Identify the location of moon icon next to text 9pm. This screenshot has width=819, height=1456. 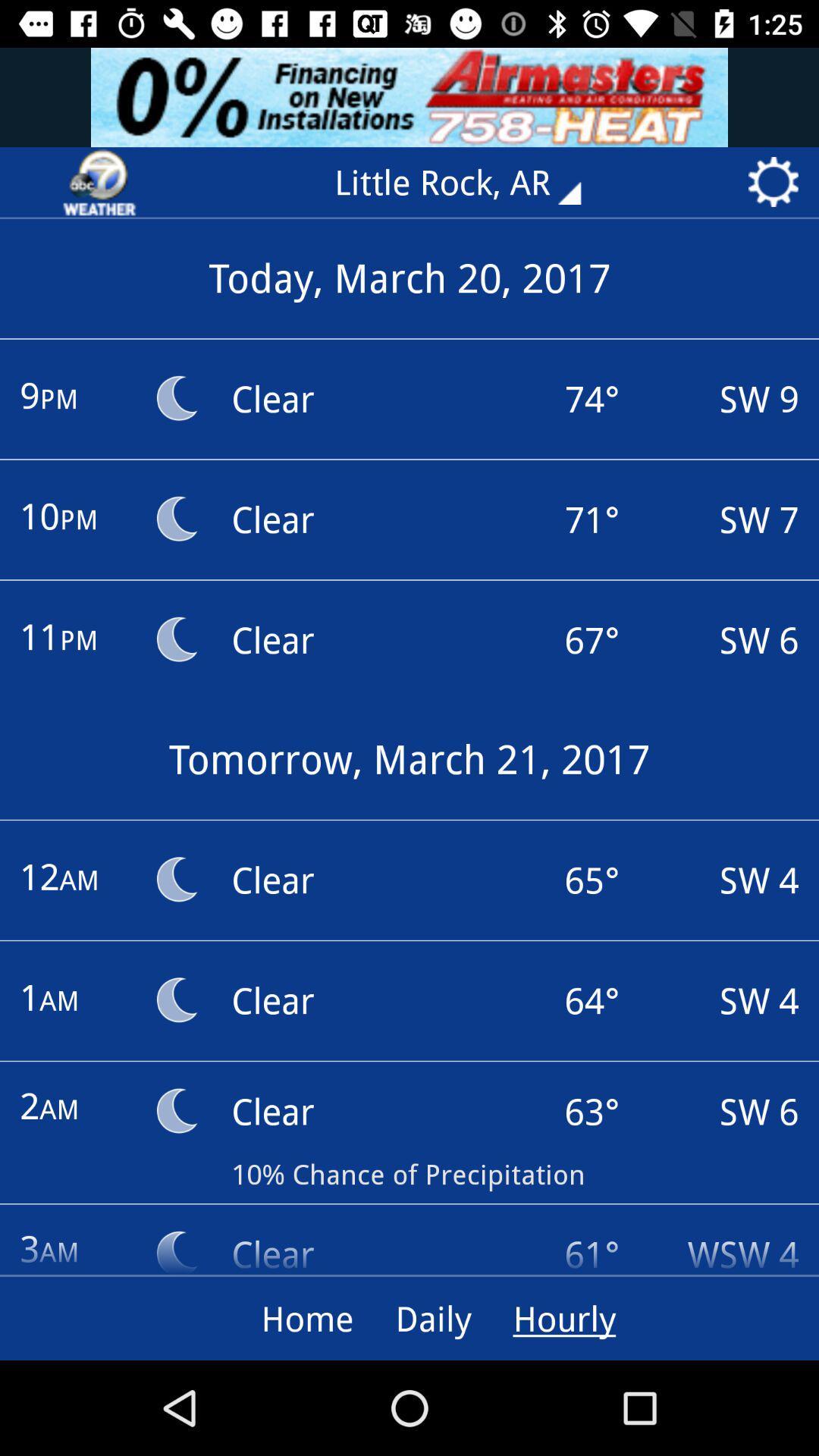
(174, 398).